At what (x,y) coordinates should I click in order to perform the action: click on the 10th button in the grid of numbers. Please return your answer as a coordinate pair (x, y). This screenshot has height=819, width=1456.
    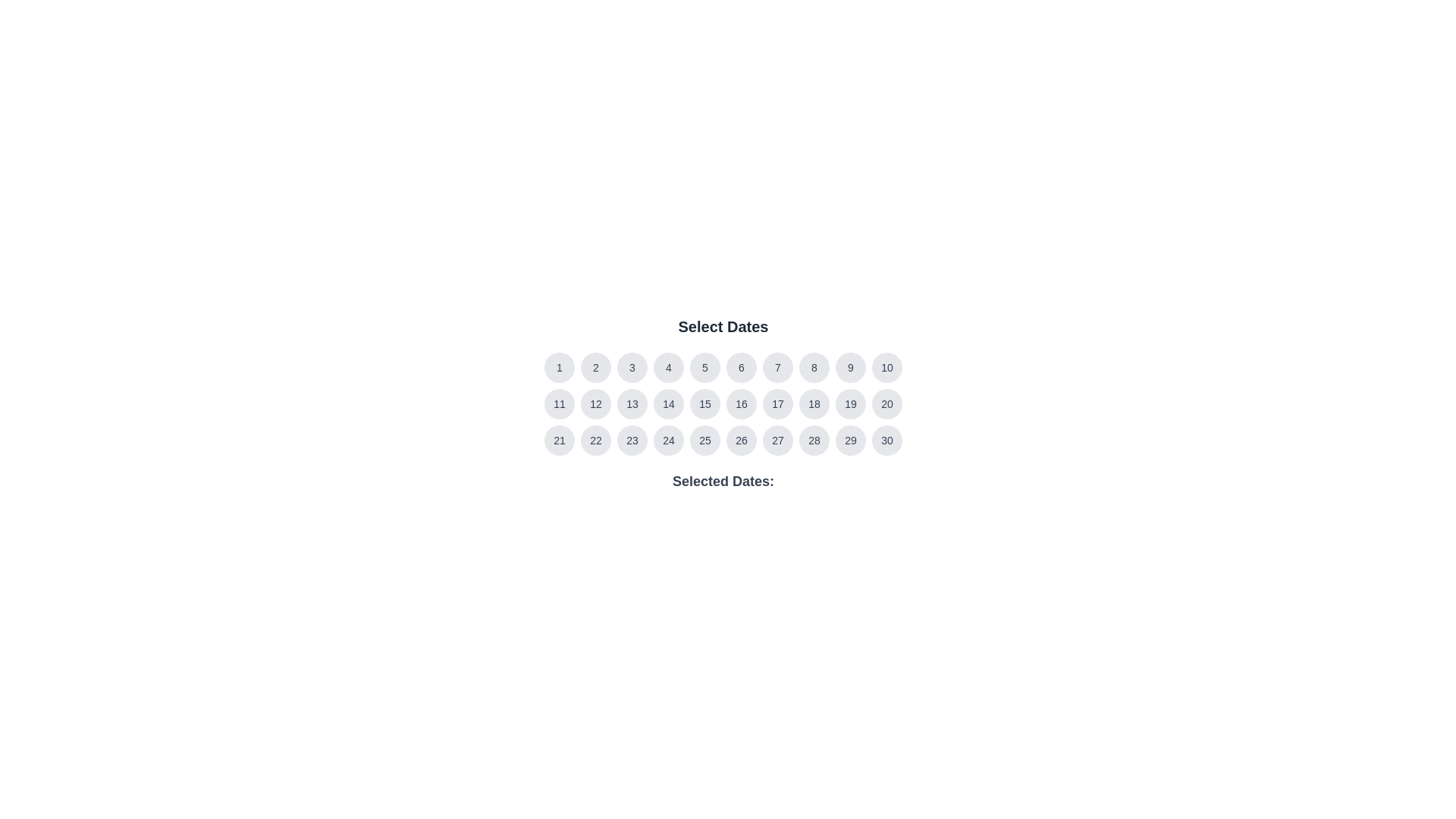
    Looking at the image, I should click on (887, 368).